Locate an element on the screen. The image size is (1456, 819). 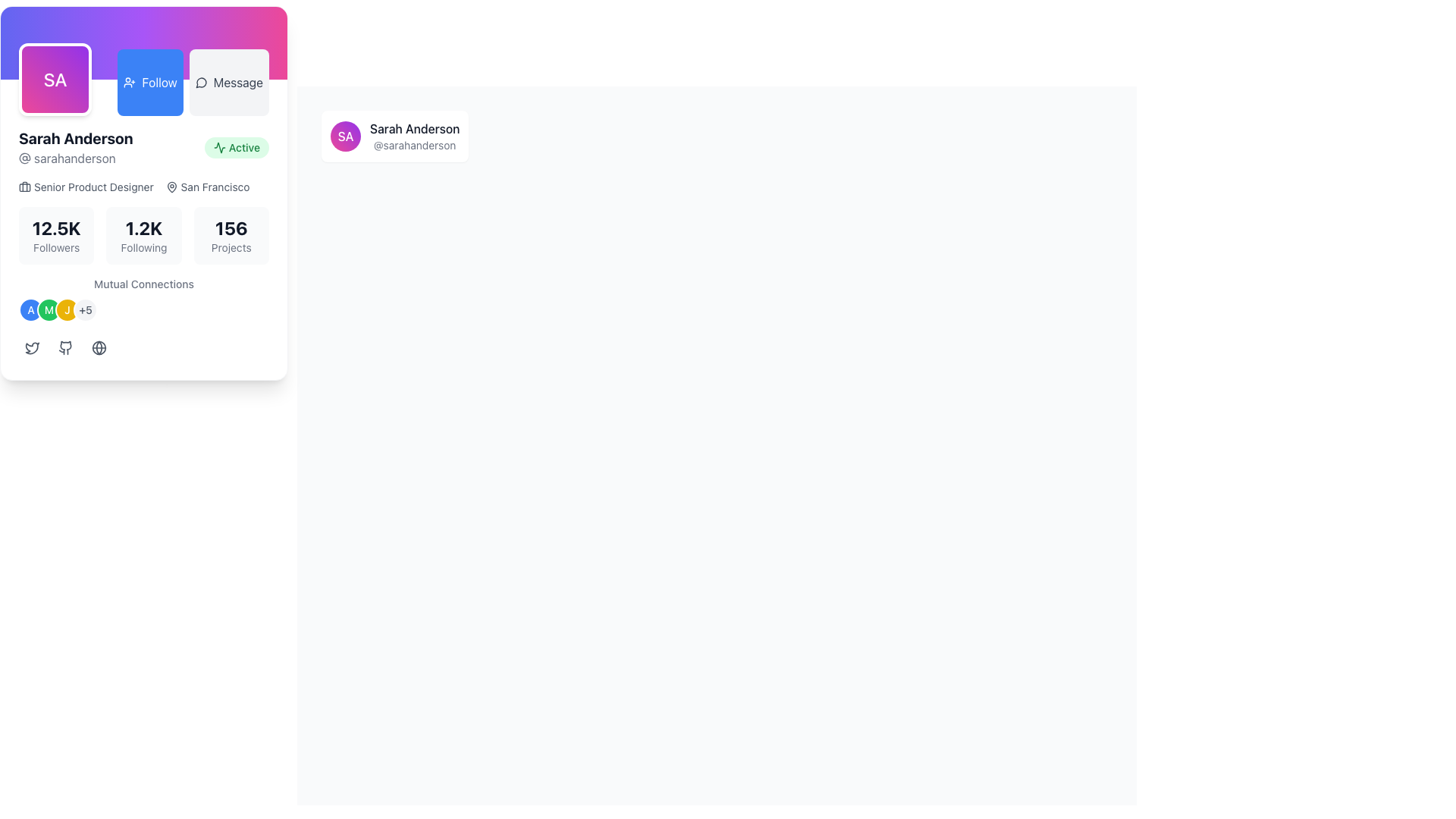
the leftmost button with an embedded icon that redirects to the Twitter profile, changing its appearance is located at coordinates (33, 348).